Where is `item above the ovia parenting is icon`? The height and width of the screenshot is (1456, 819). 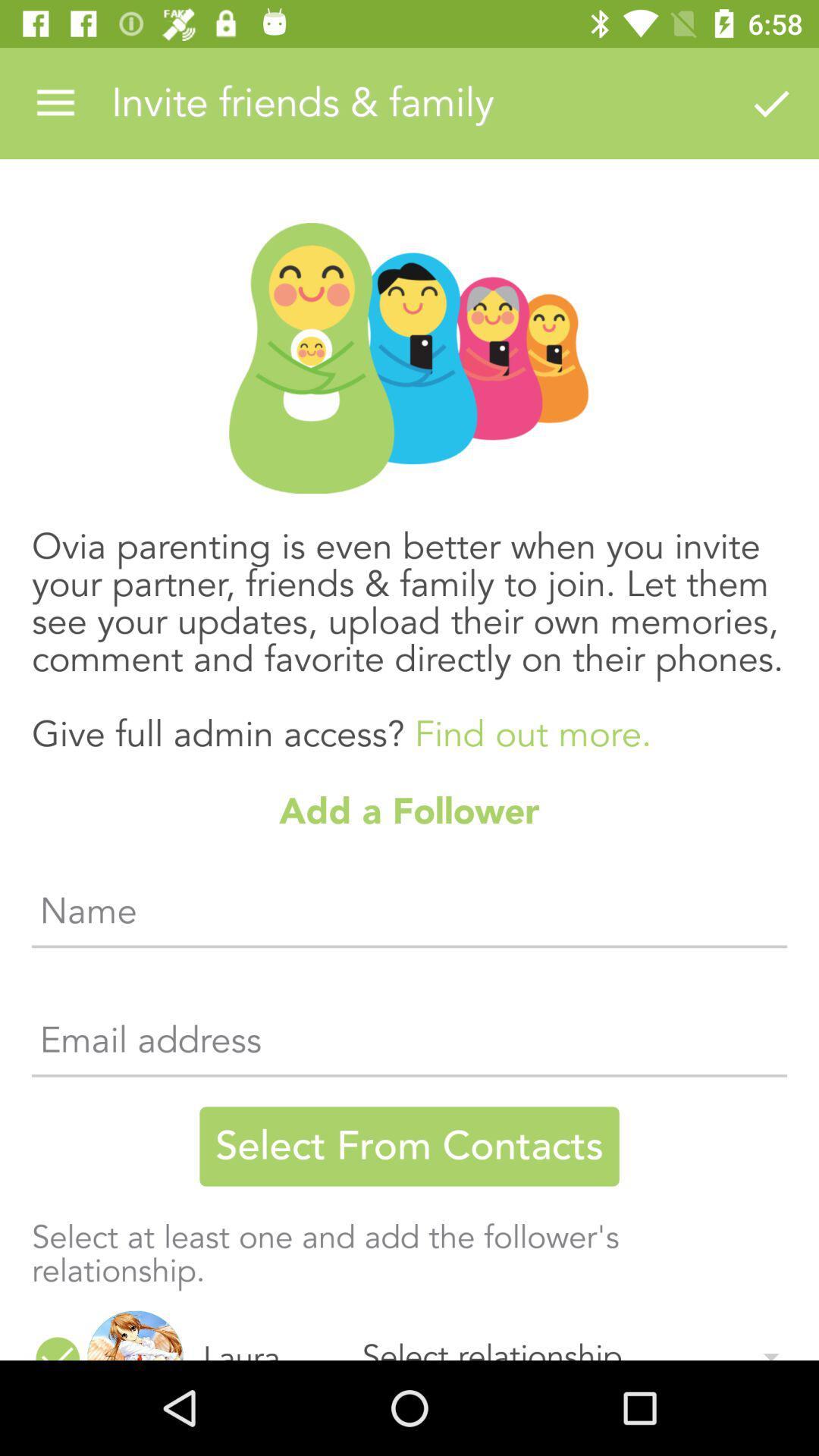
item above the ovia parenting is icon is located at coordinates (55, 102).